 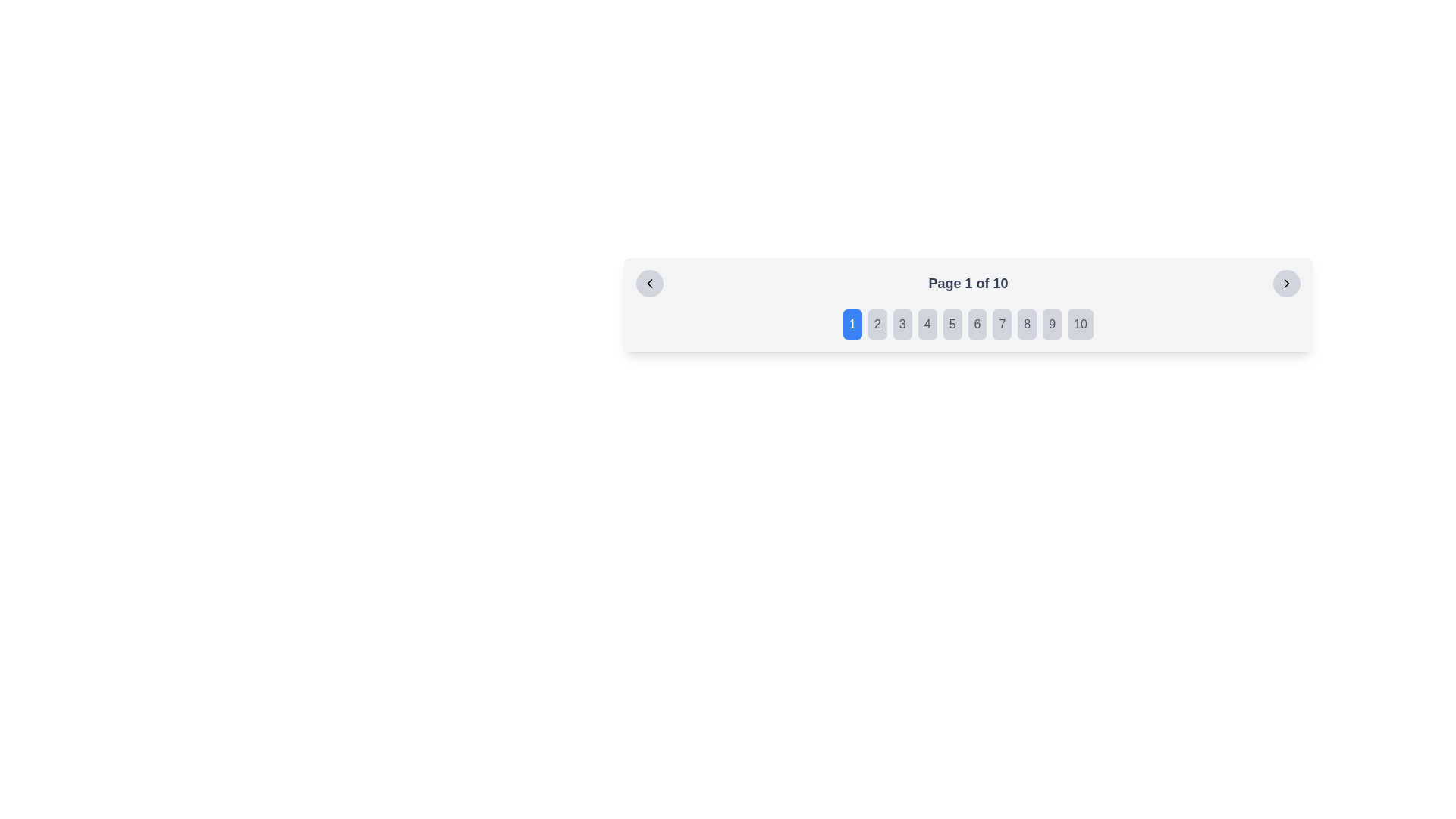 What do you see at coordinates (1051, 324) in the screenshot?
I see `the button labeled '9' with a gray background` at bounding box center [1051, 324].